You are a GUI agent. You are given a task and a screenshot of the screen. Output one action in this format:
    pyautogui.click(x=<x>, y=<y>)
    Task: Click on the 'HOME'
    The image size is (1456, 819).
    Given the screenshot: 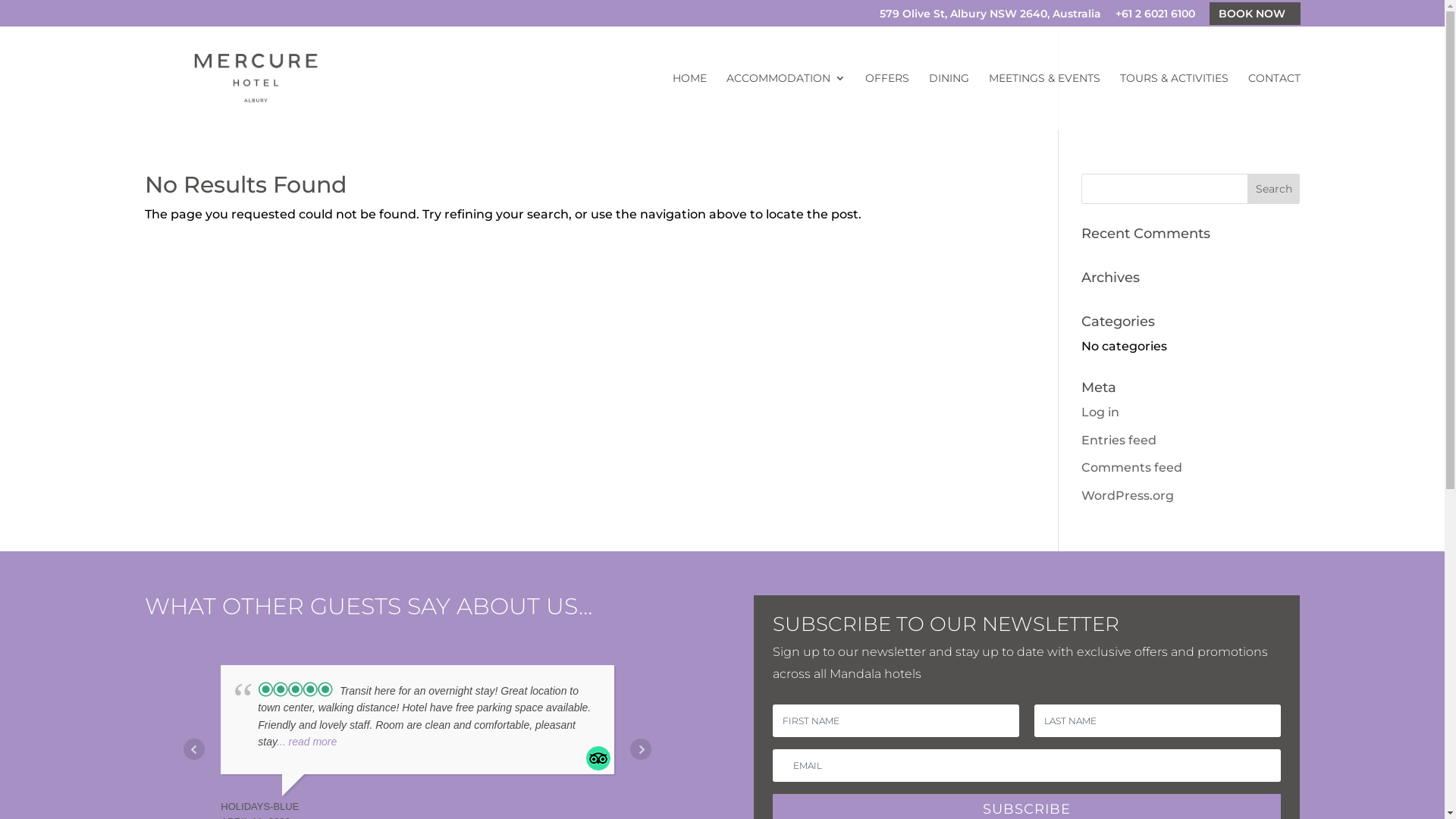 What is the action you would take?
    pyautogui.click(x=688, y=101)
    